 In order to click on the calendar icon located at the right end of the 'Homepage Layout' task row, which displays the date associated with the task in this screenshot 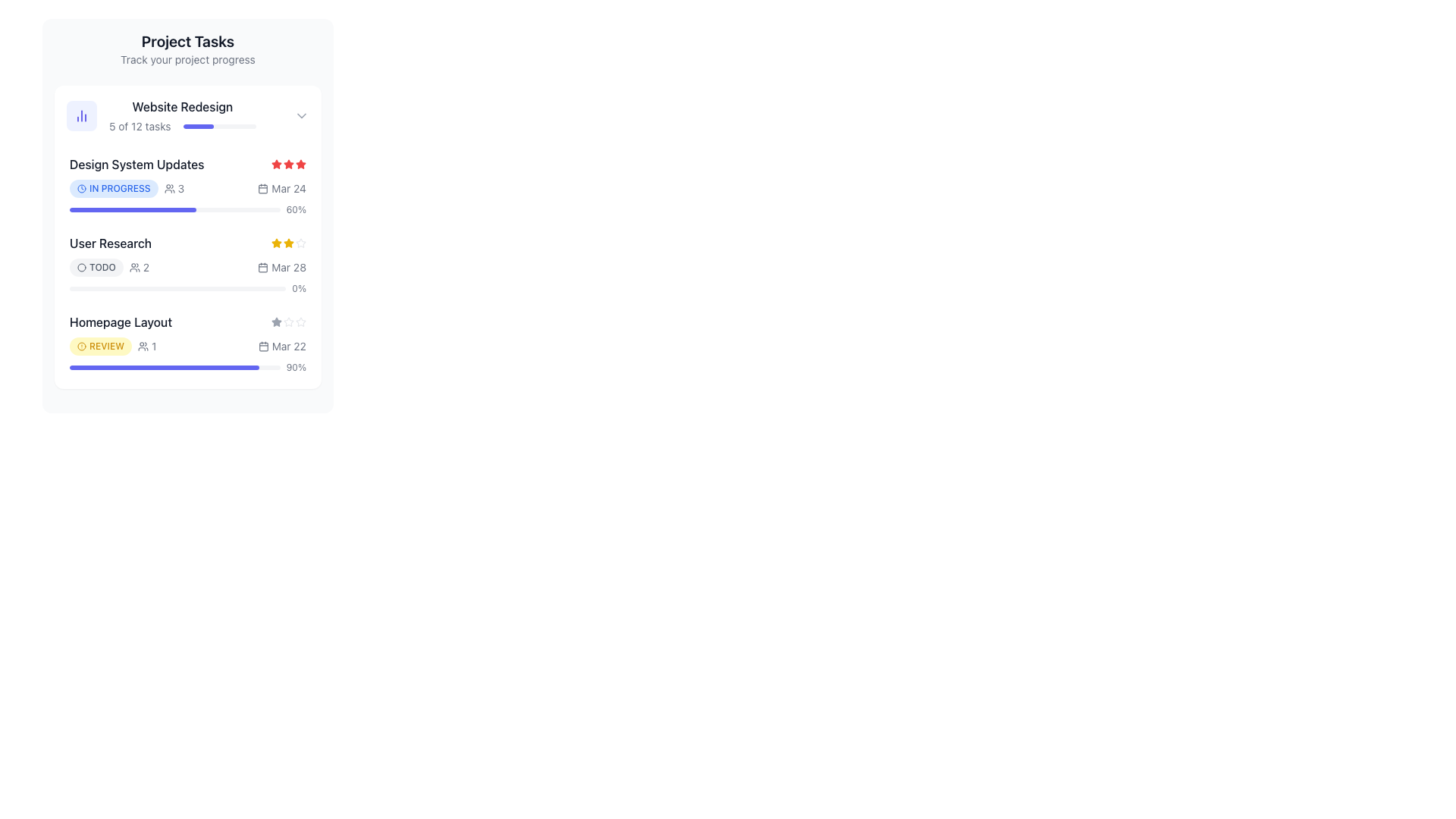, I will do `click(282, 346)`.